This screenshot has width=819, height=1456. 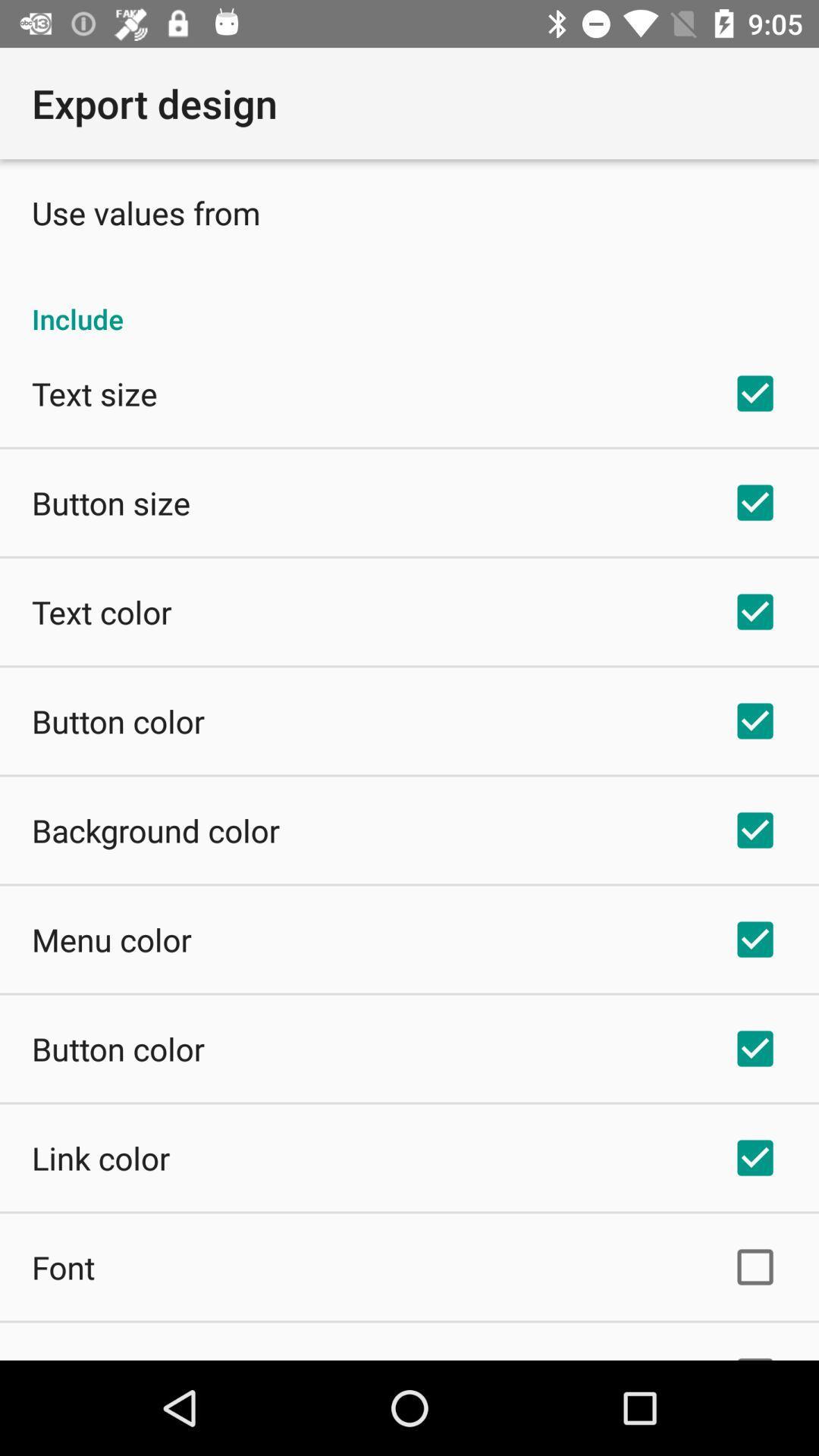 I want to click on the icon below button size app, so click(x=102, y=611).